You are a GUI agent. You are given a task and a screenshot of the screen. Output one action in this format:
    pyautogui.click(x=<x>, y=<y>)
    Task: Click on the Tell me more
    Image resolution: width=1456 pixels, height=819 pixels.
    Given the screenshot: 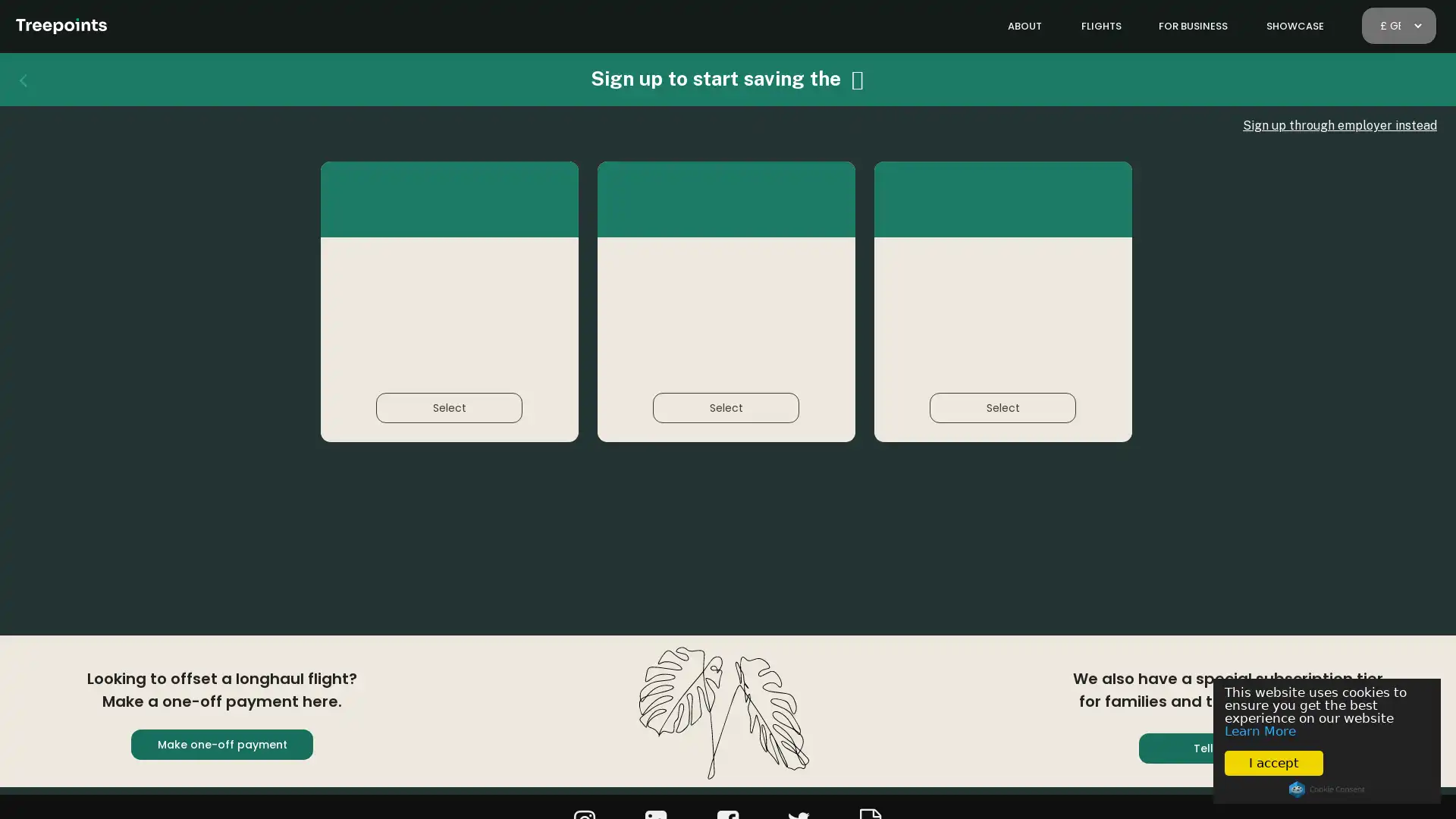 What is the action you would take?
    pyautogui.click(x=1230, y=748)
    